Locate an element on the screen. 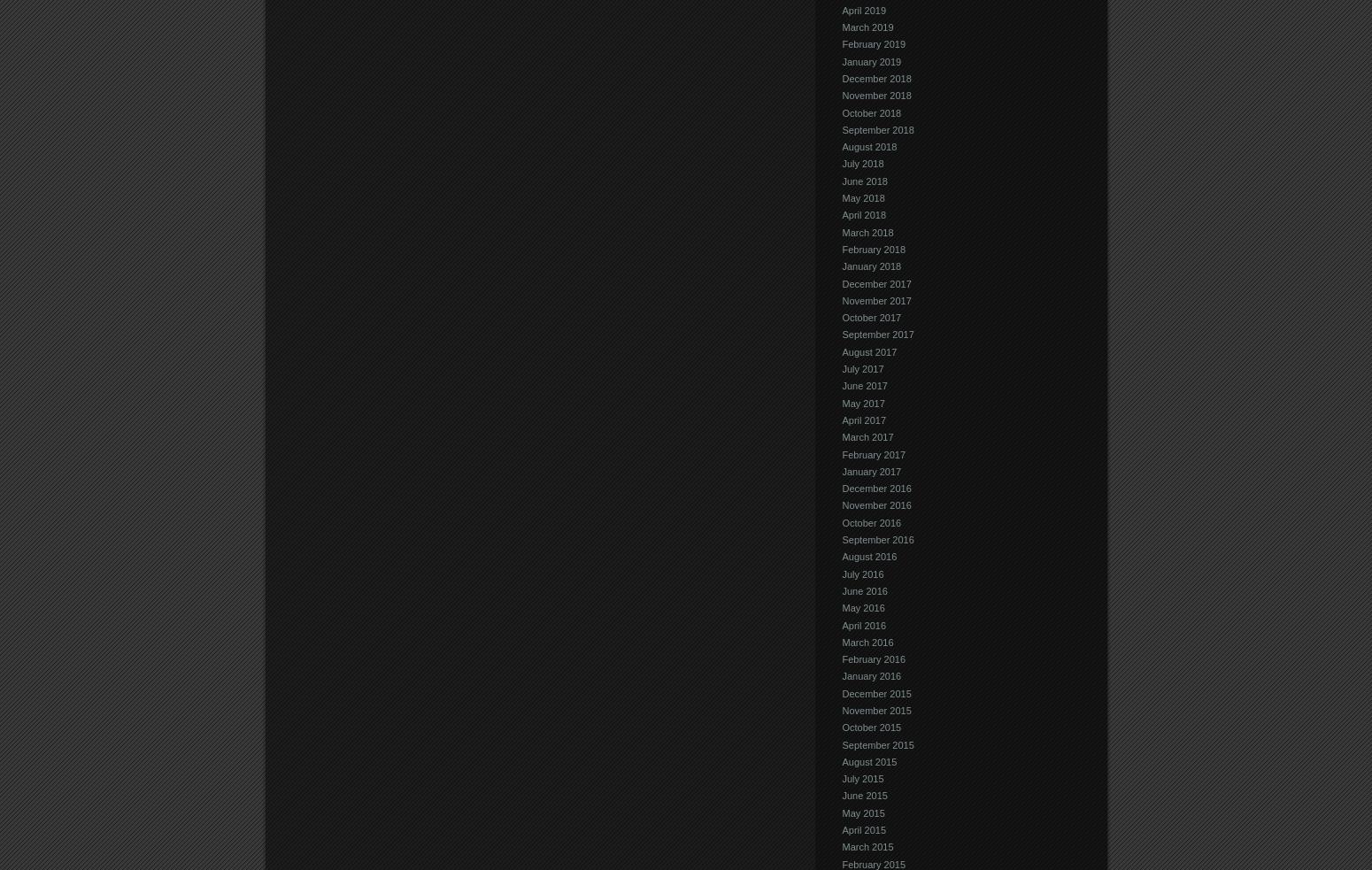 This screenshot has width=1372, height=870. 'May 2016' is located at coordinates (861, 607).